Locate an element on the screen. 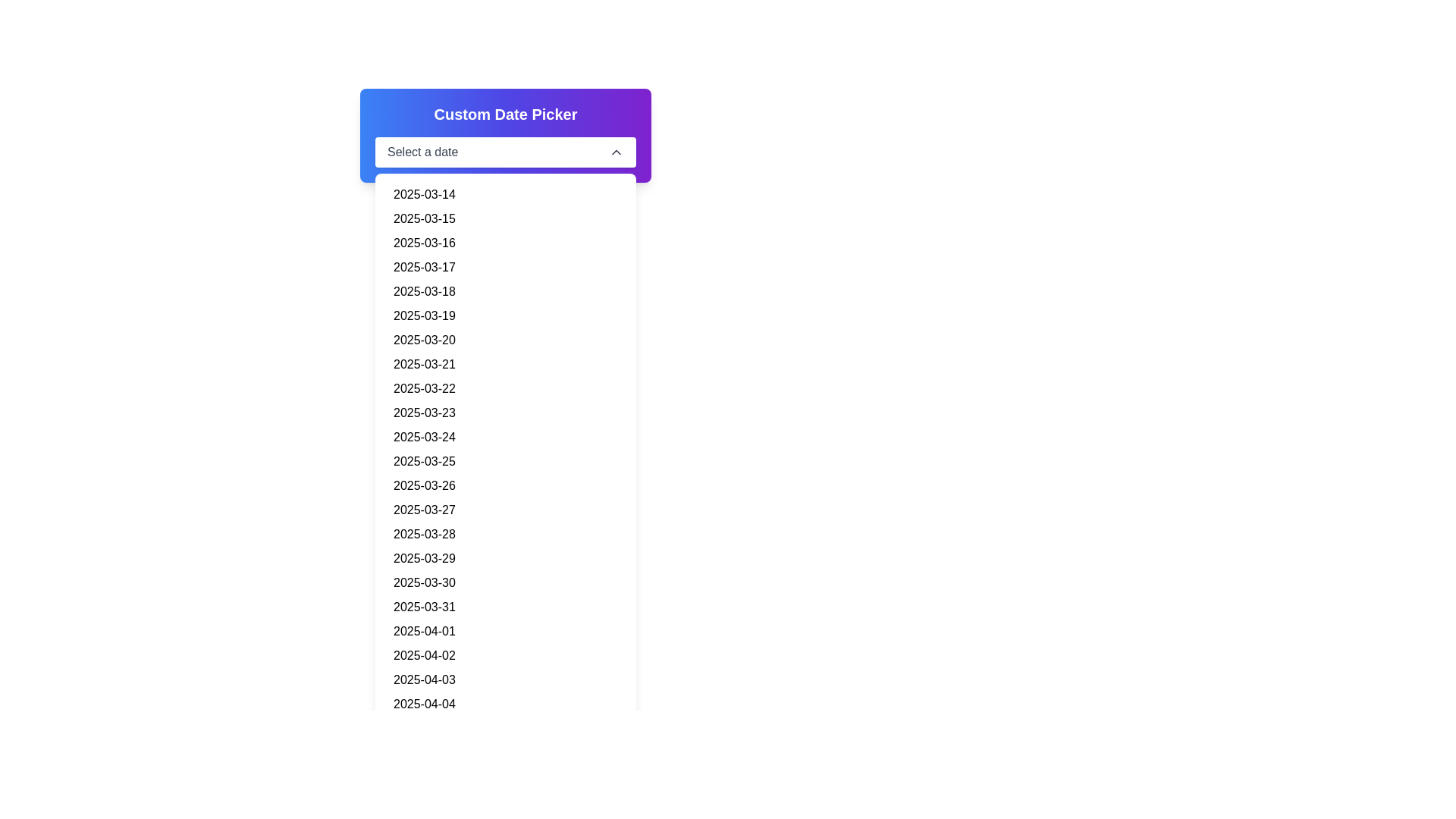  the selectable list item displaying the date '2025-04-04', which is the 22nd item in the dropdown list is located at coordinates (506, 704).